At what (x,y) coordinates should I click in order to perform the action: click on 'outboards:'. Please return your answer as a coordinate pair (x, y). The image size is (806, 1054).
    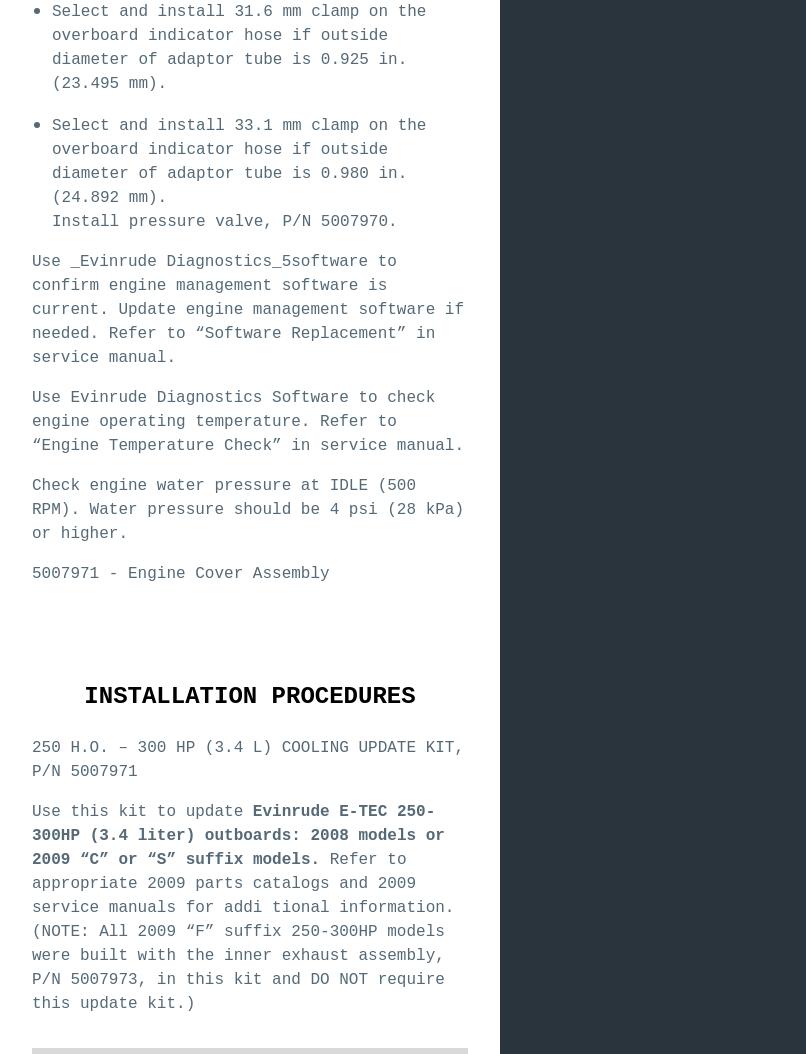
    Looking at the image, I should click on (251, 835).